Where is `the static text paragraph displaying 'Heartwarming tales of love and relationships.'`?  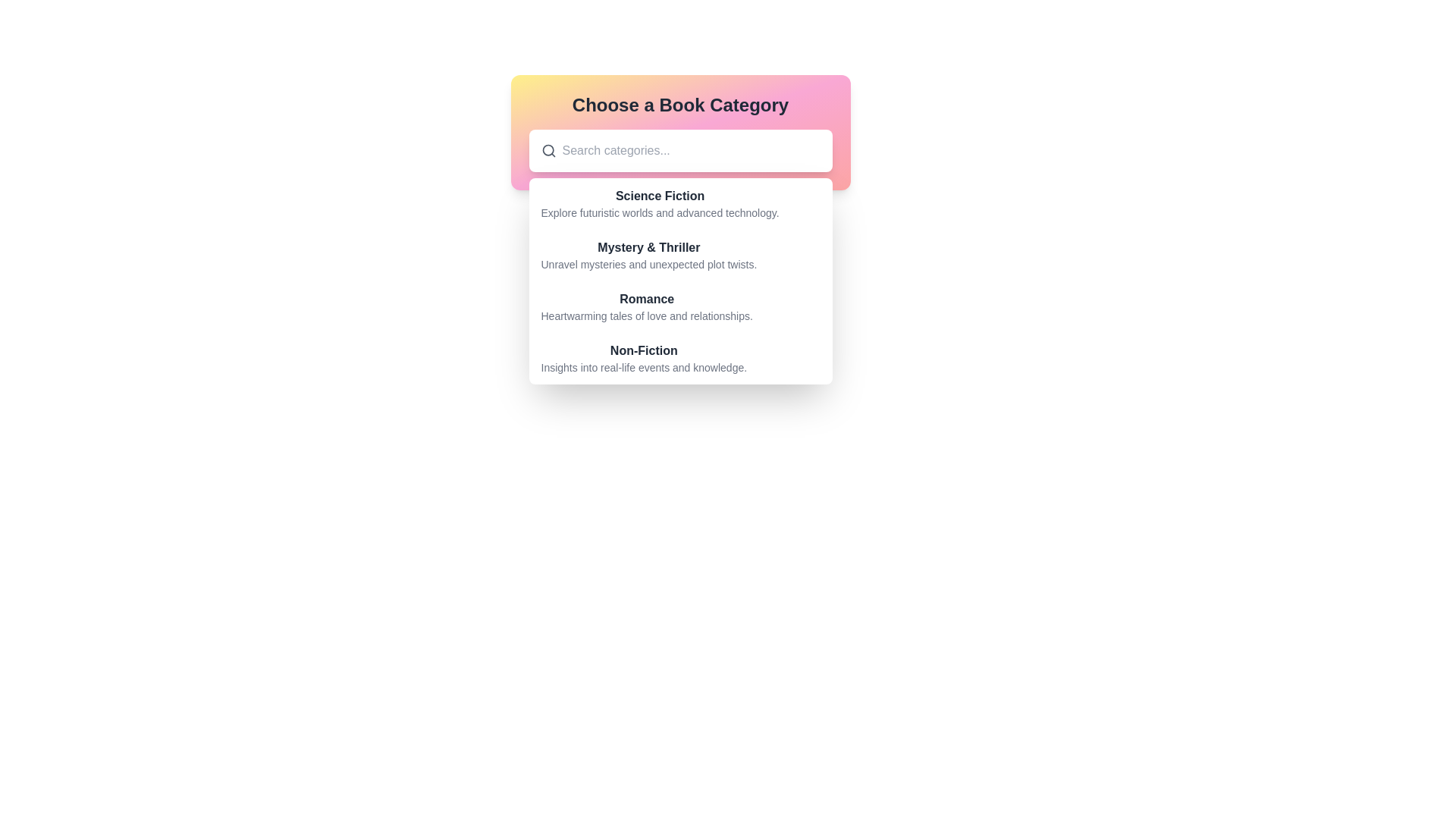 the static text paragraph displaying 'Heartwarming tales of love and relationships.' is located at coordinates (647, 315).